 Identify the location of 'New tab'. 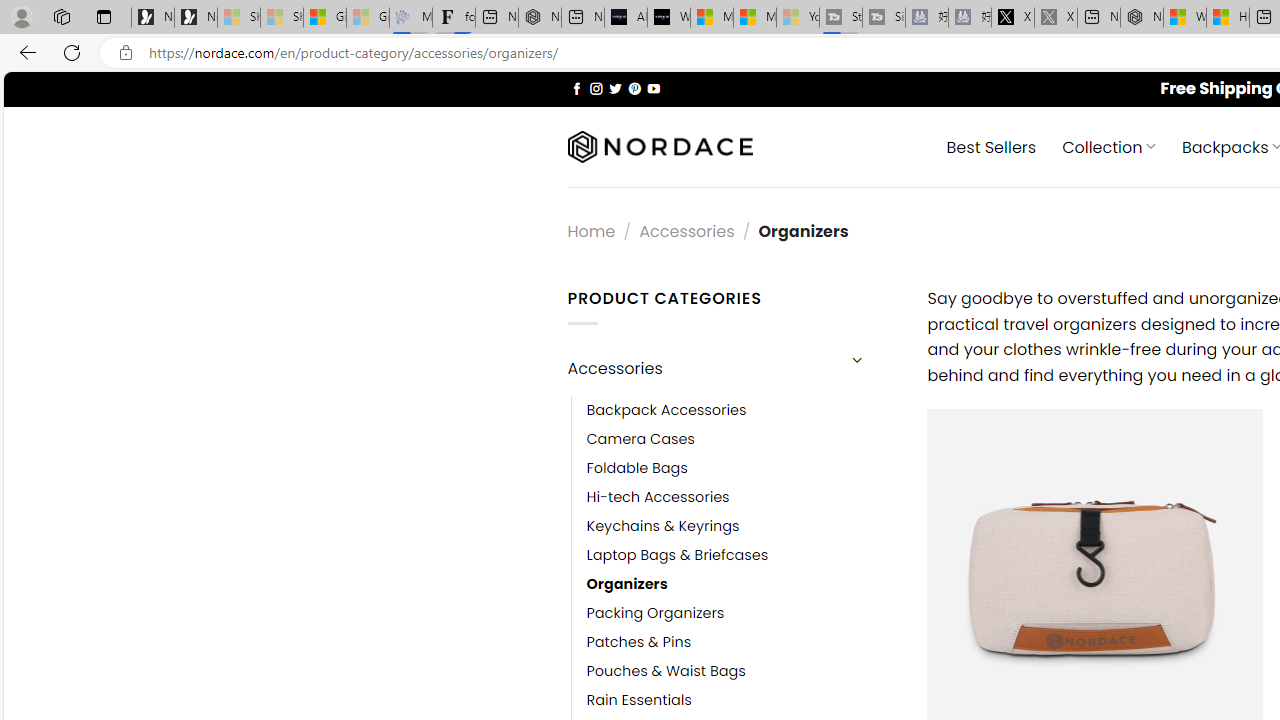
(1097, 17).